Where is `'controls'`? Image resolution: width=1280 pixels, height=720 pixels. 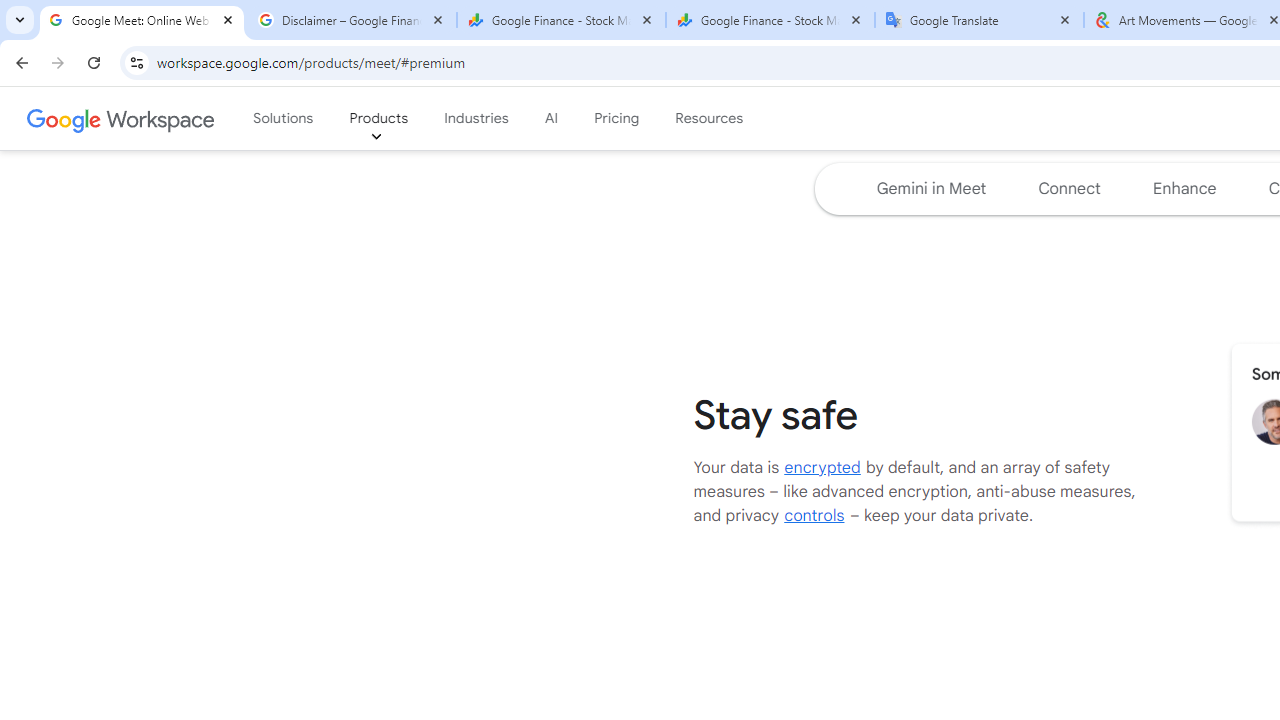 'controls' is located at coordinates (814, 514).